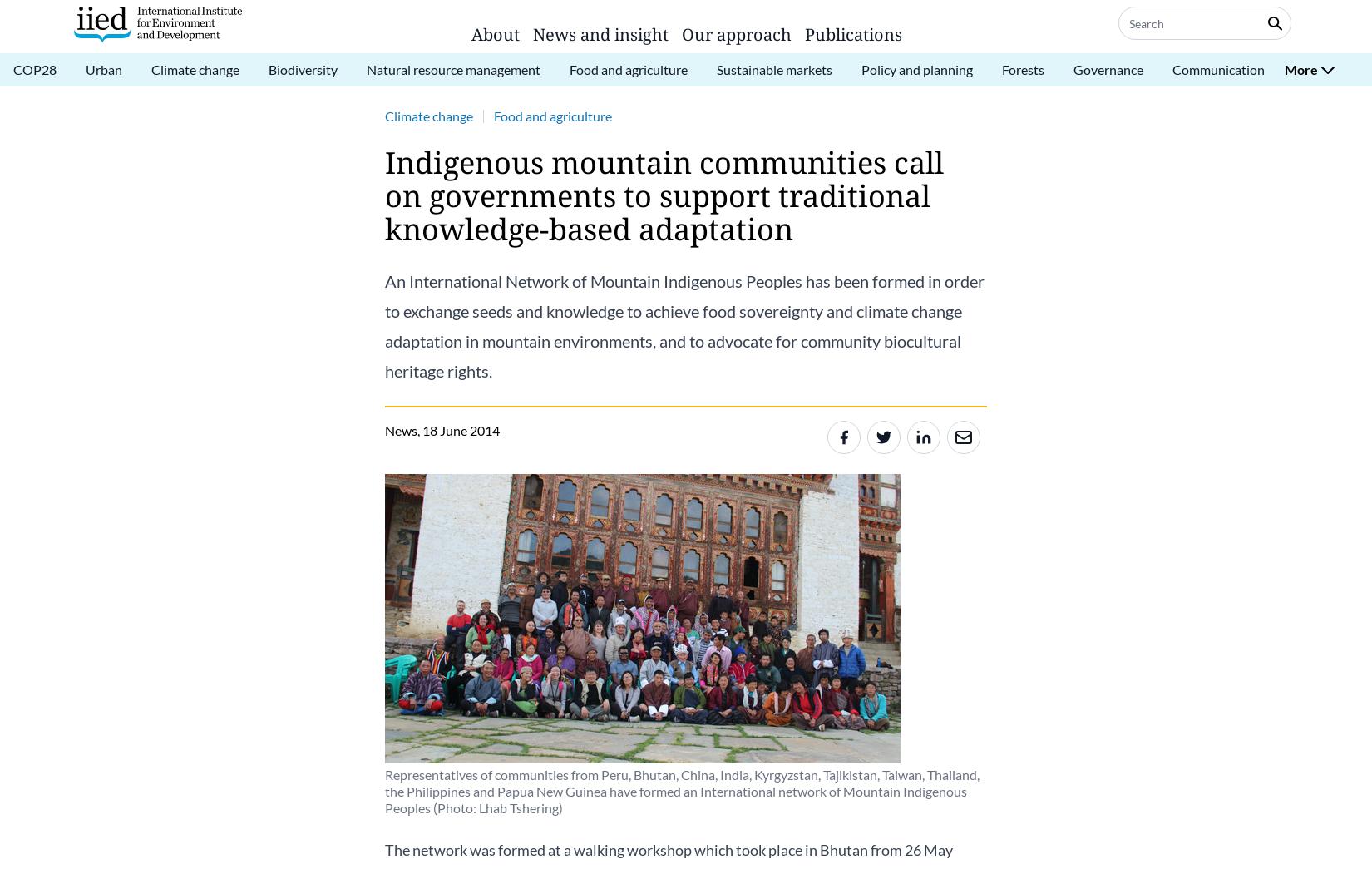 Image resolution: width=1372 pixels, height=869 pixels. I want to click on 'News and insight', so click(600, 33).